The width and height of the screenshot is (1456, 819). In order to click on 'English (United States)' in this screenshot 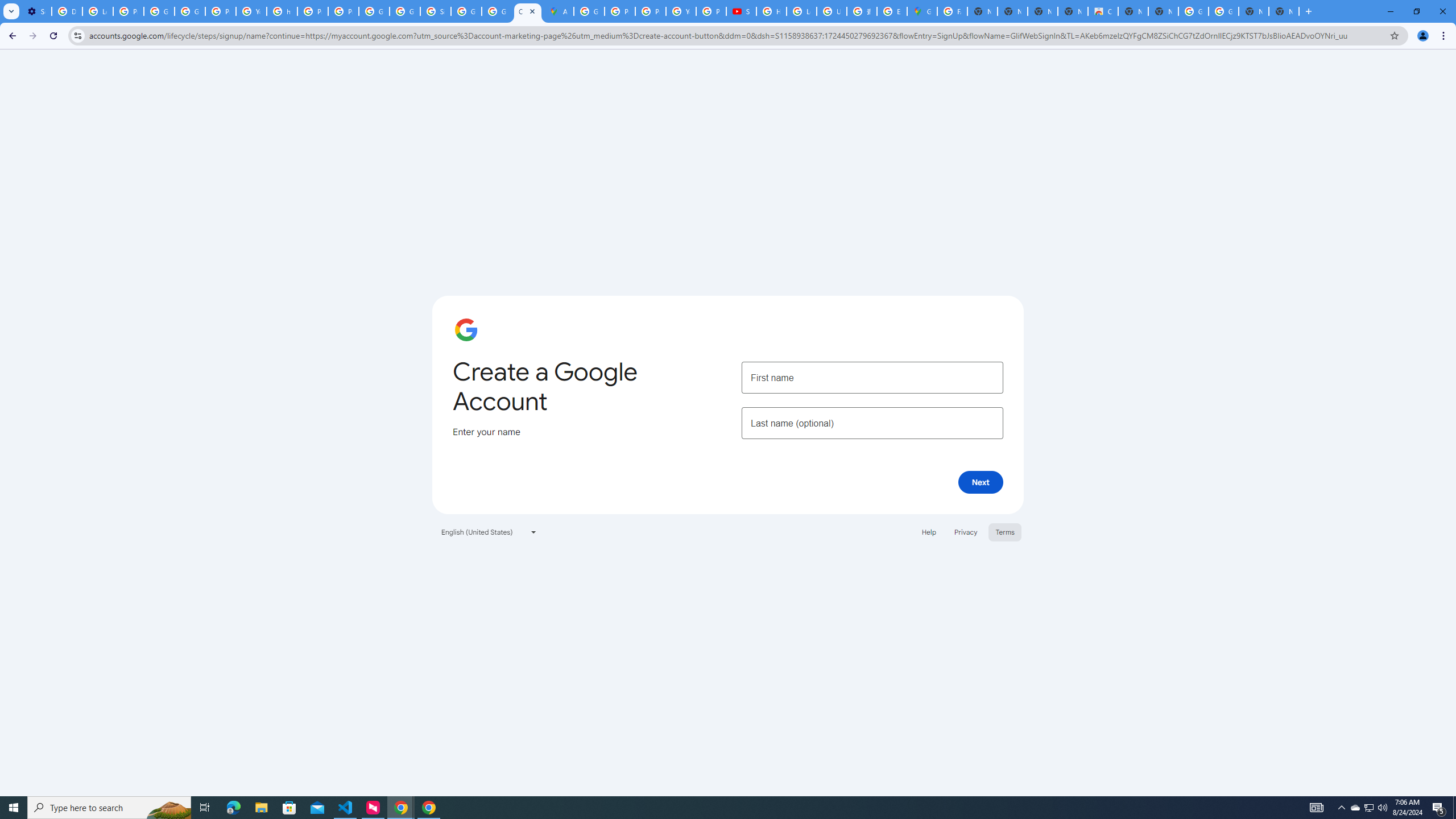, I will do `click(489, 531)`.